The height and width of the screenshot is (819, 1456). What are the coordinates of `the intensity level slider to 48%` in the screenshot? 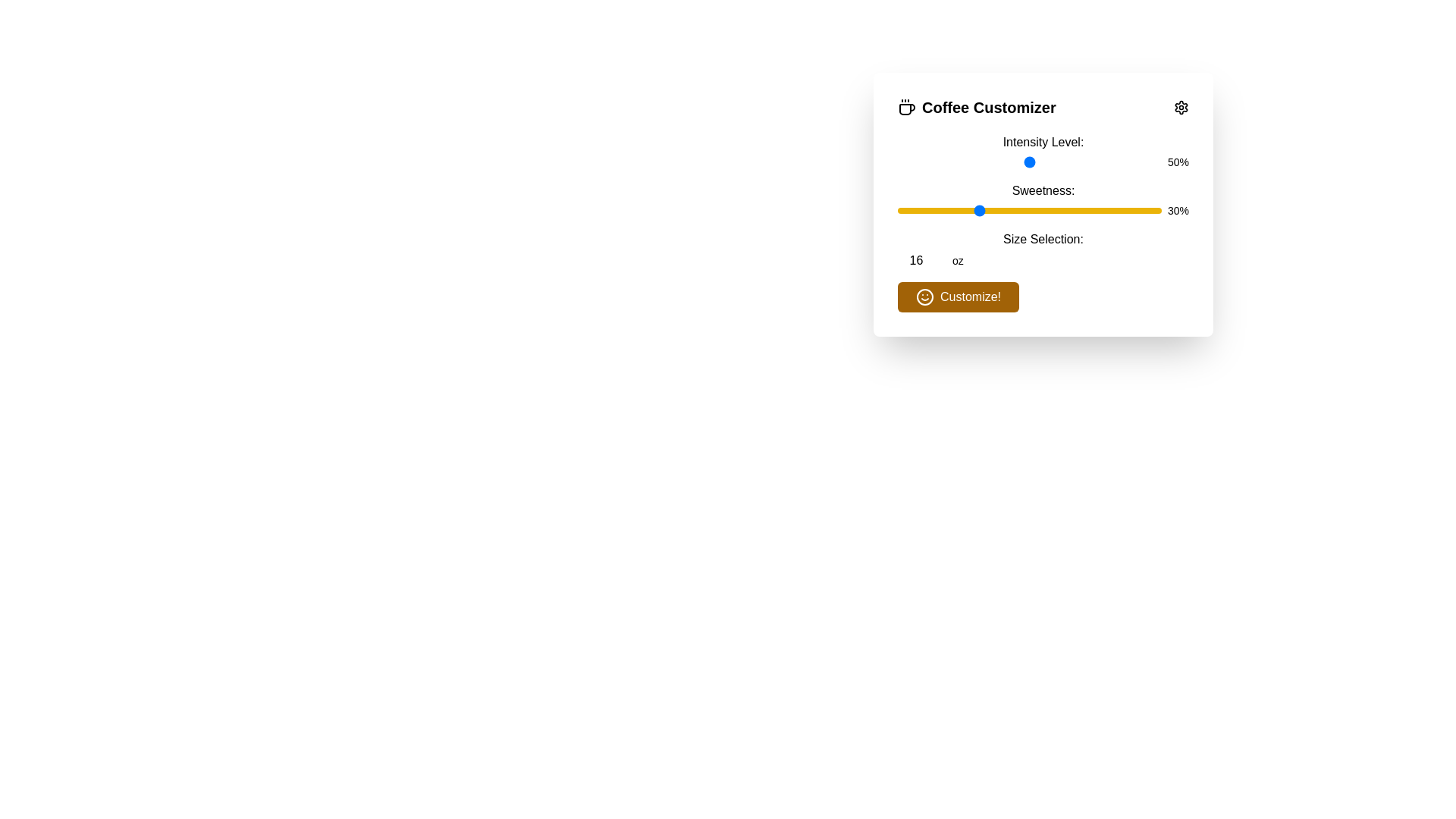 It's located at (1025, 162).